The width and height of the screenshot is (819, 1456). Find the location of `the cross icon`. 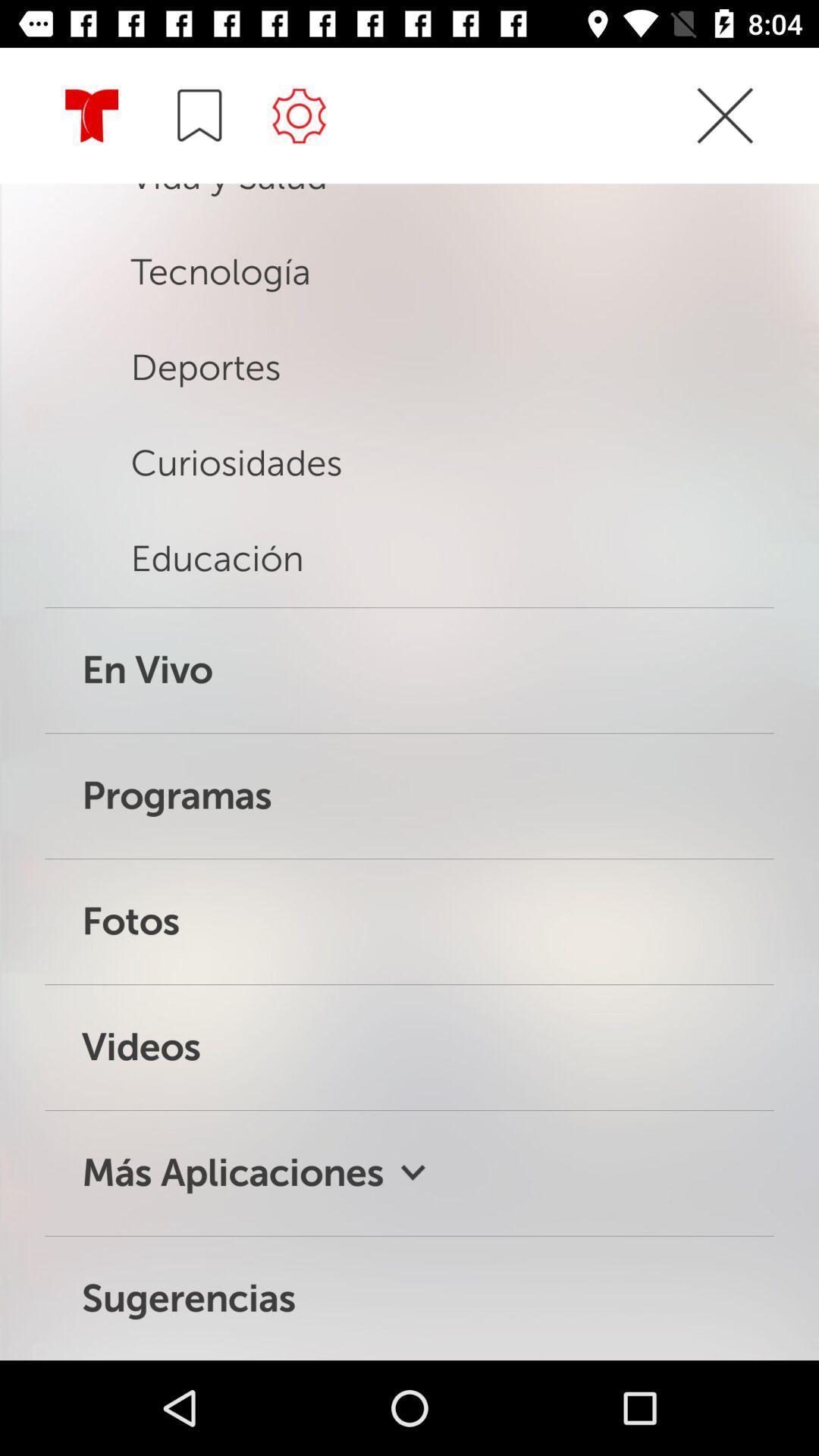

the cross icon is located at coordinates (724, 143).